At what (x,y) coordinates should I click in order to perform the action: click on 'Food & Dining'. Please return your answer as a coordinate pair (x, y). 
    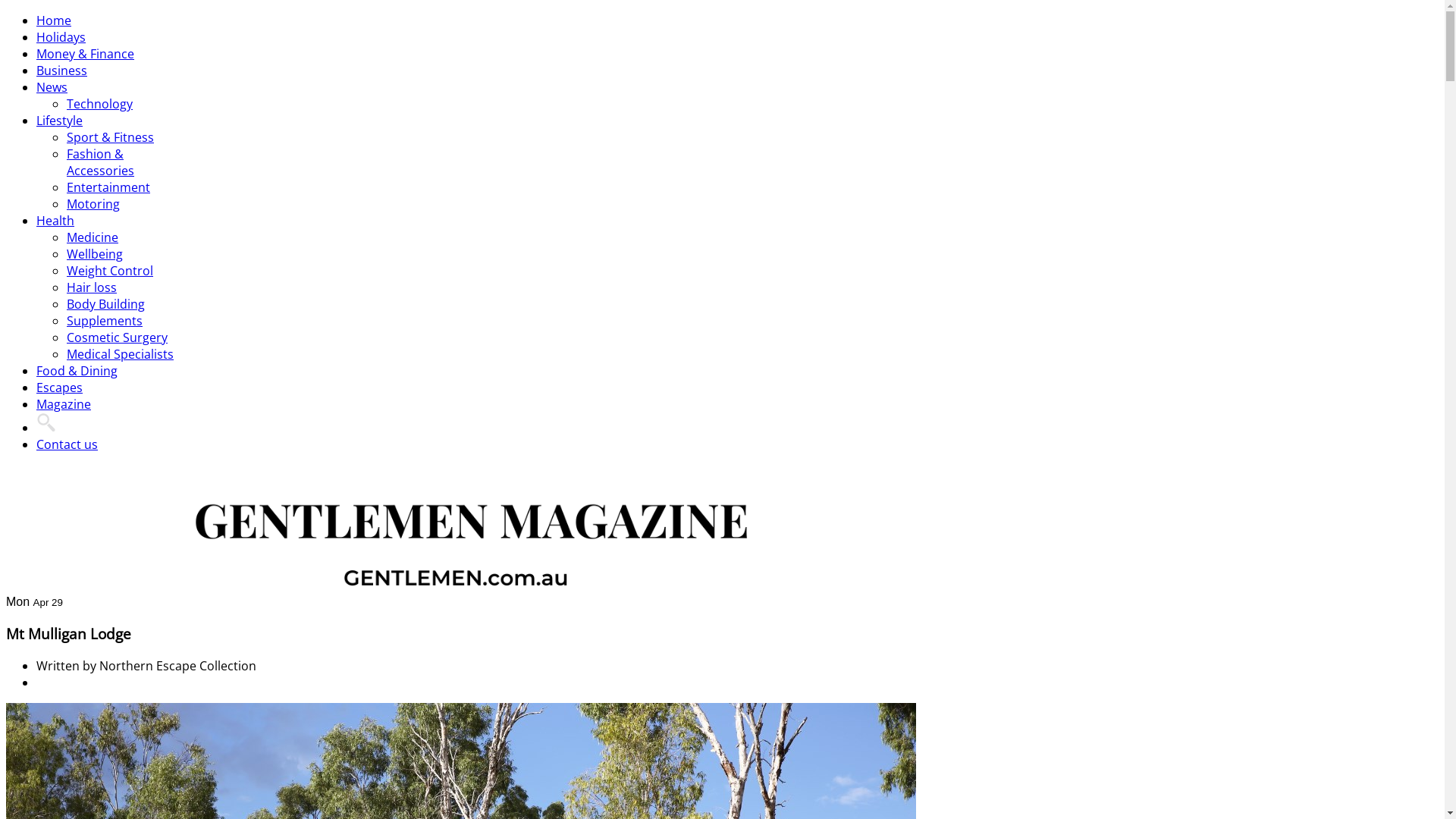
    Looking at the image, I should click on (36, 371).